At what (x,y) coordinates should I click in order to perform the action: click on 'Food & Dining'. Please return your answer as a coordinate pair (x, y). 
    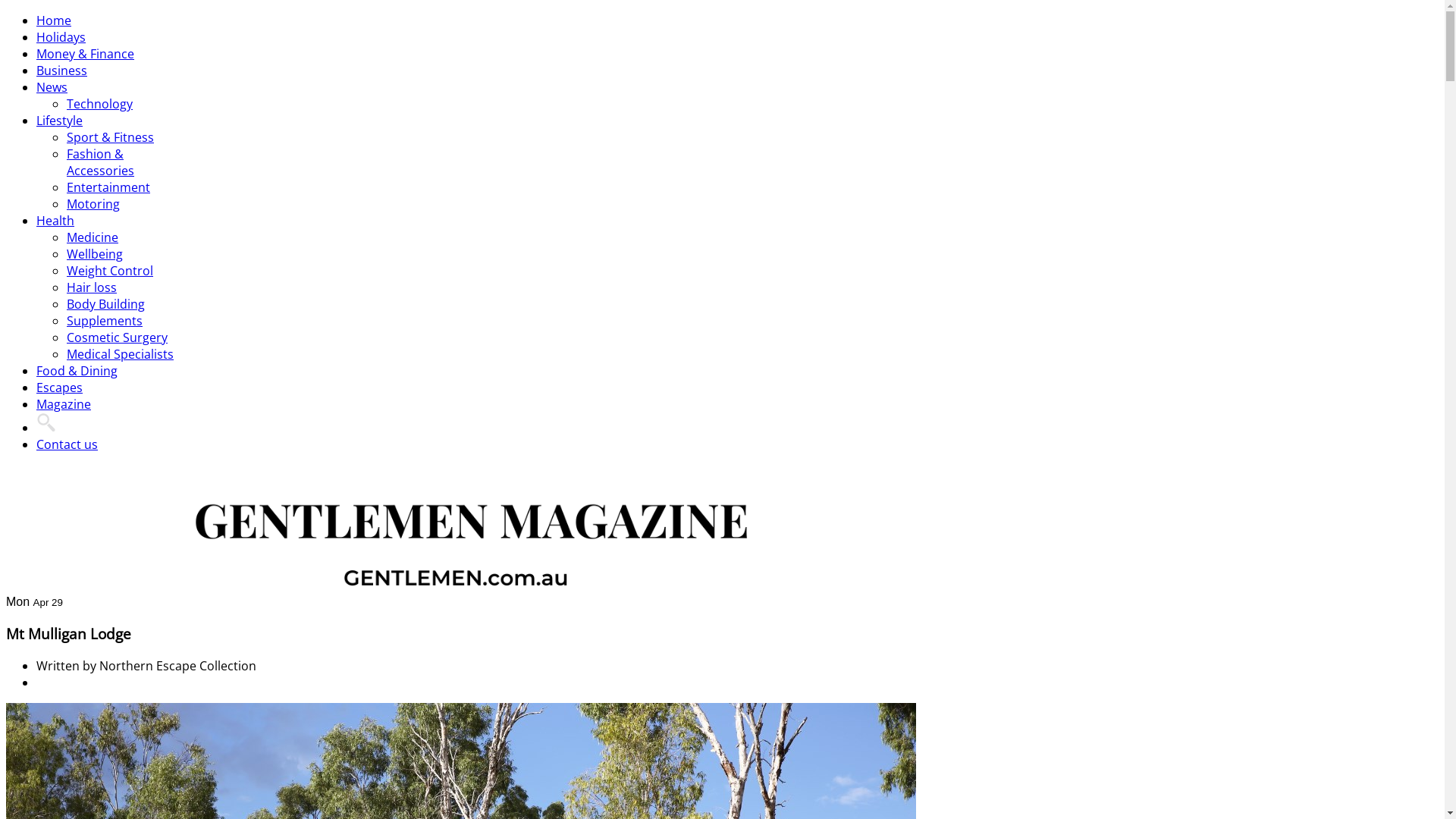
    Looking at the image, I should click on (36, 371).